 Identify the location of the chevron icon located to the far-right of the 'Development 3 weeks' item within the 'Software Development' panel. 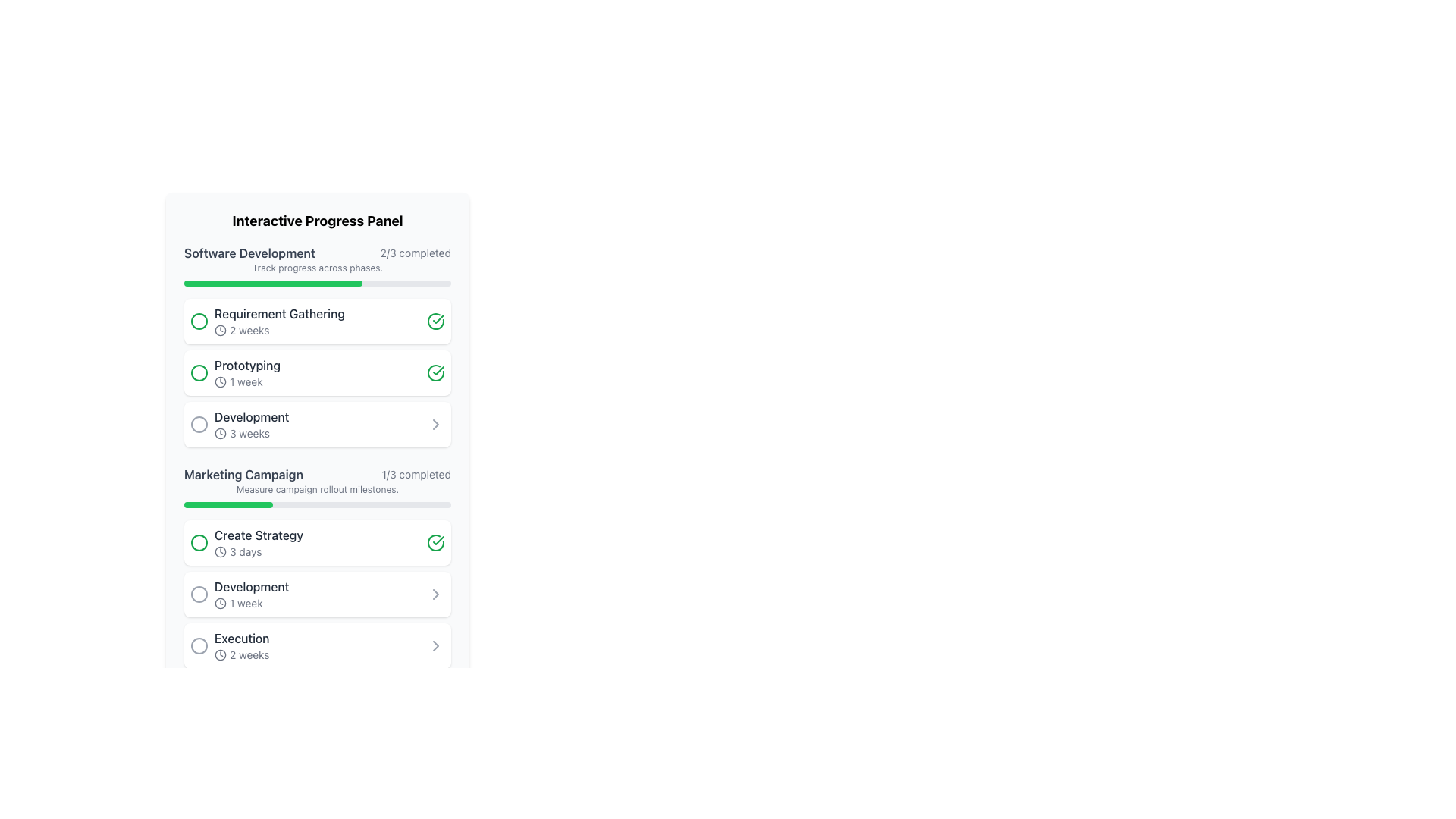
(435, 424).